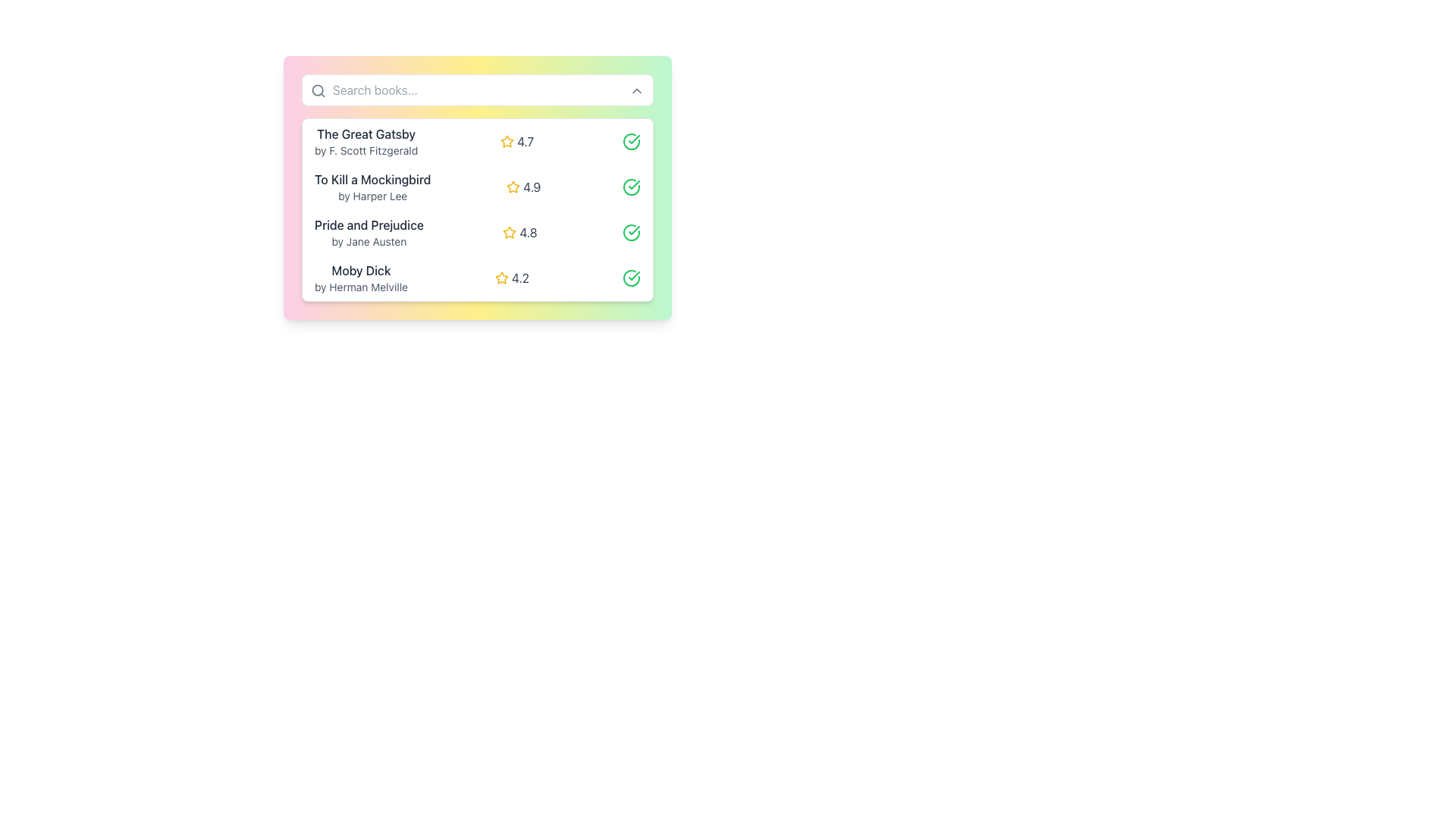  I want to click on the Text label that displays the title of a book, located at the top-left of the list of items, so click(366, 133).